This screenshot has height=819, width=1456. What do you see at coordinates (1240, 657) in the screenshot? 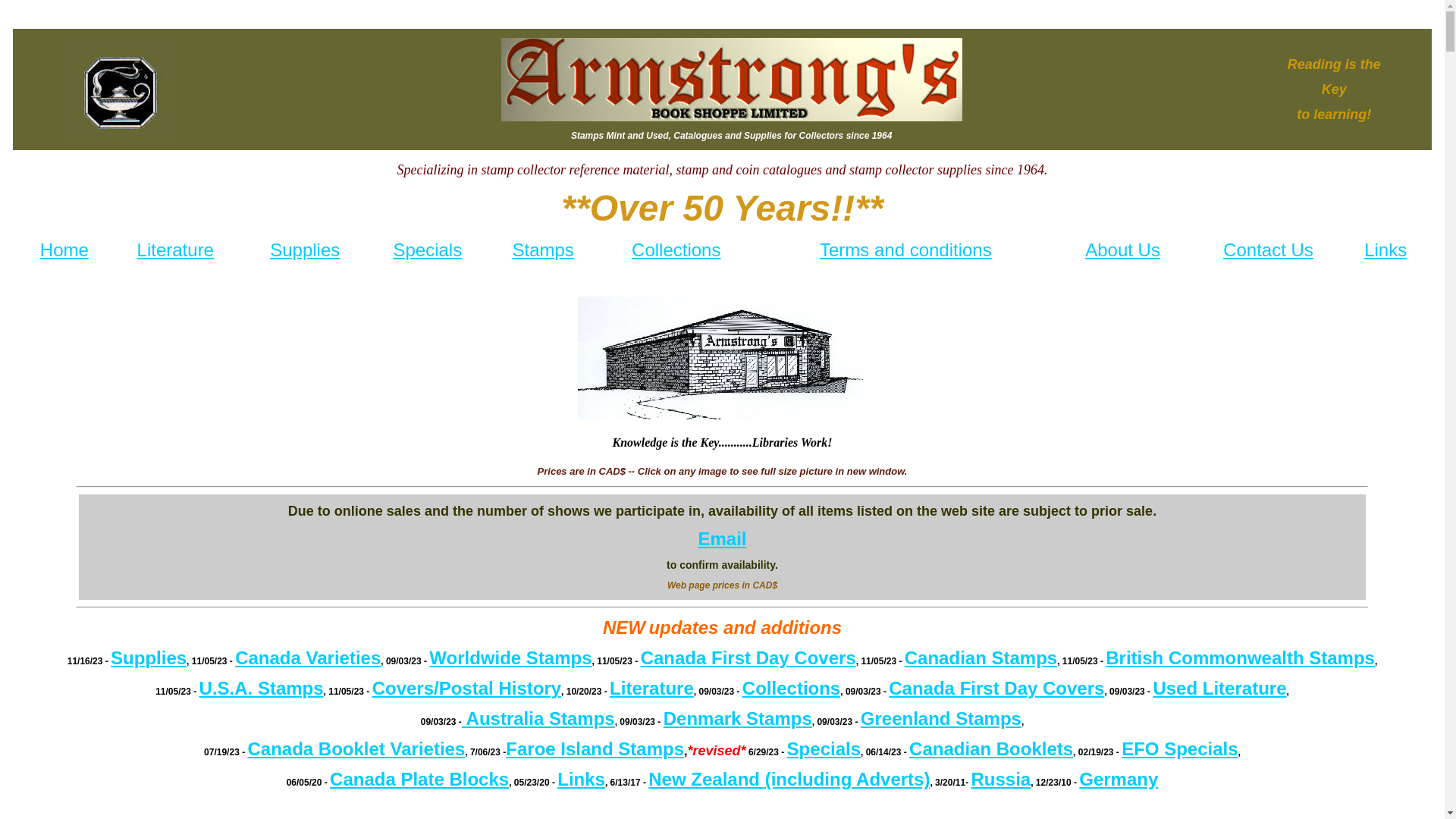
I see `'British Commonwealth Stamps'` at bounding box center [1240, 657].